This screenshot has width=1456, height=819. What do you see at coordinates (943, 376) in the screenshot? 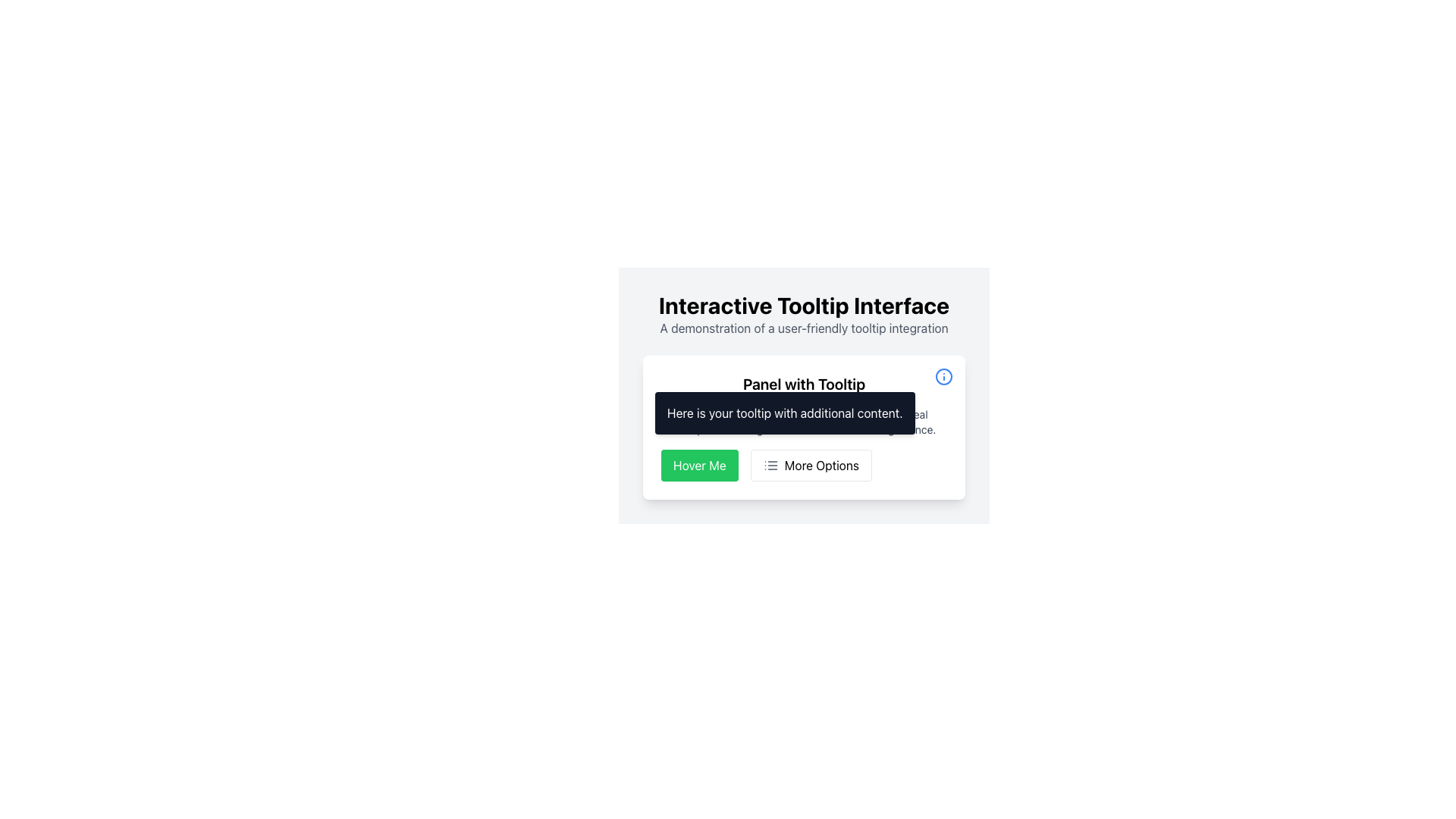
I see `the information icon, which is styled with a circular blue outline and located in the top-right corner of the content card` at bounding box center [943, 376].